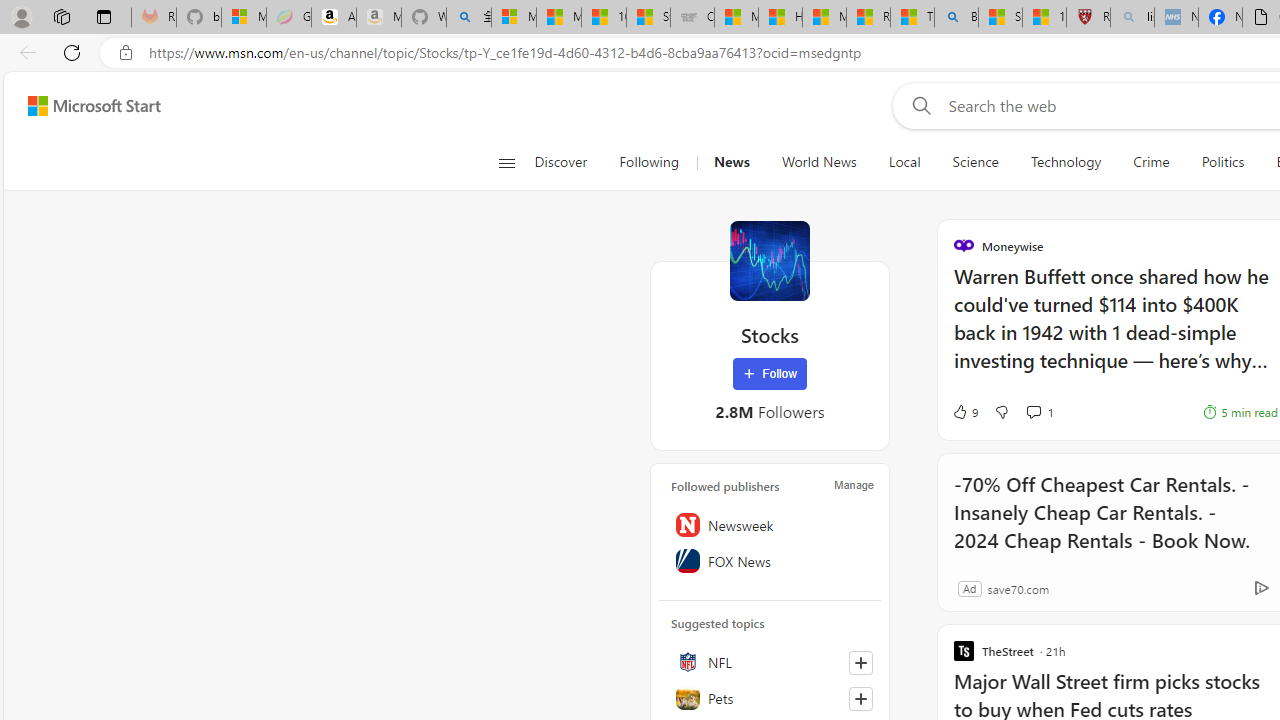 The image size is (1280, 720). What do you see at coordinates (975, 162) in the screenshot?
I see `'Science'` at bounding box center [975, 162].